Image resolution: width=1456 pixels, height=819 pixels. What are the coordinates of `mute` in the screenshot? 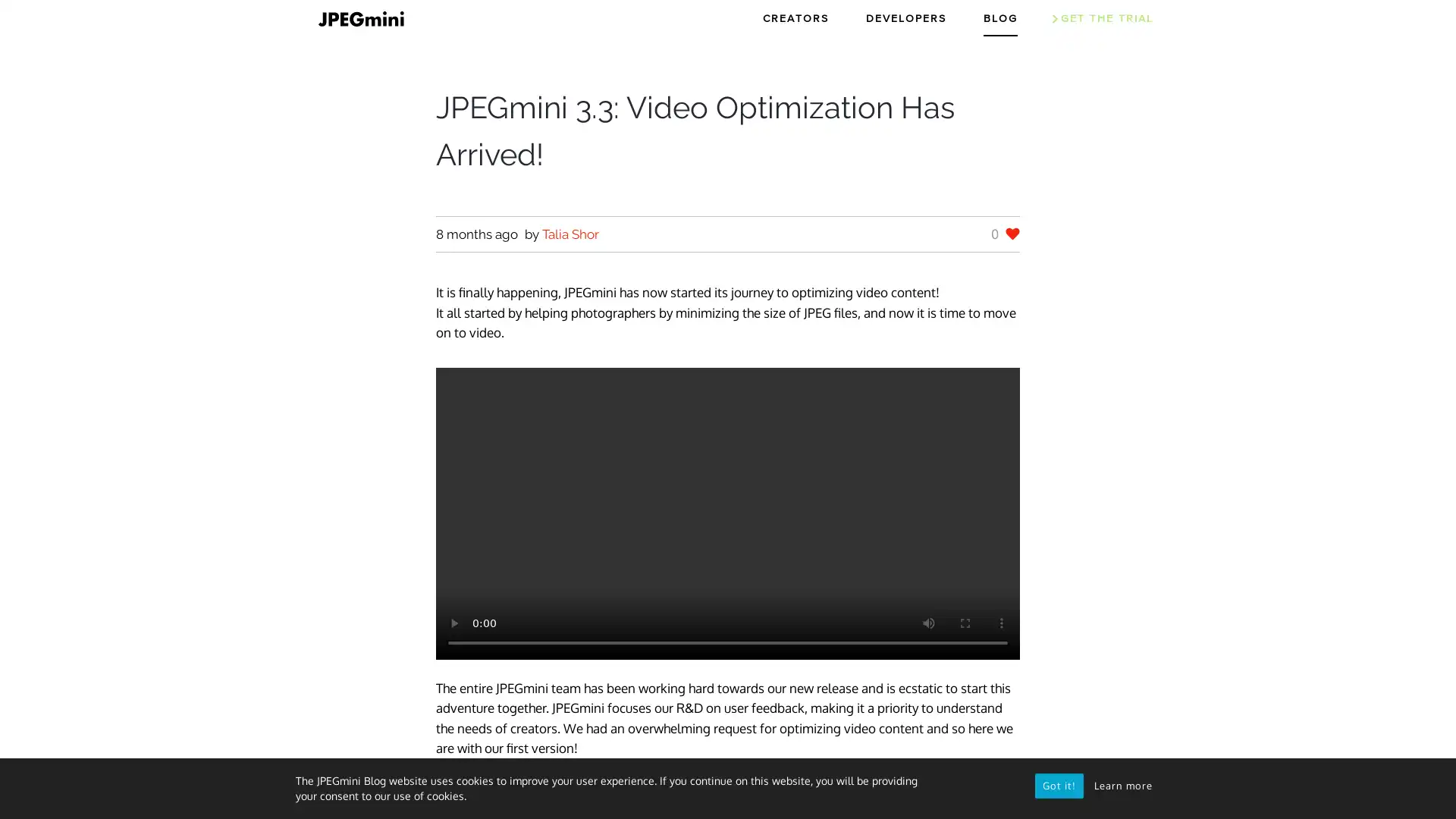 It's located at (927, 623).